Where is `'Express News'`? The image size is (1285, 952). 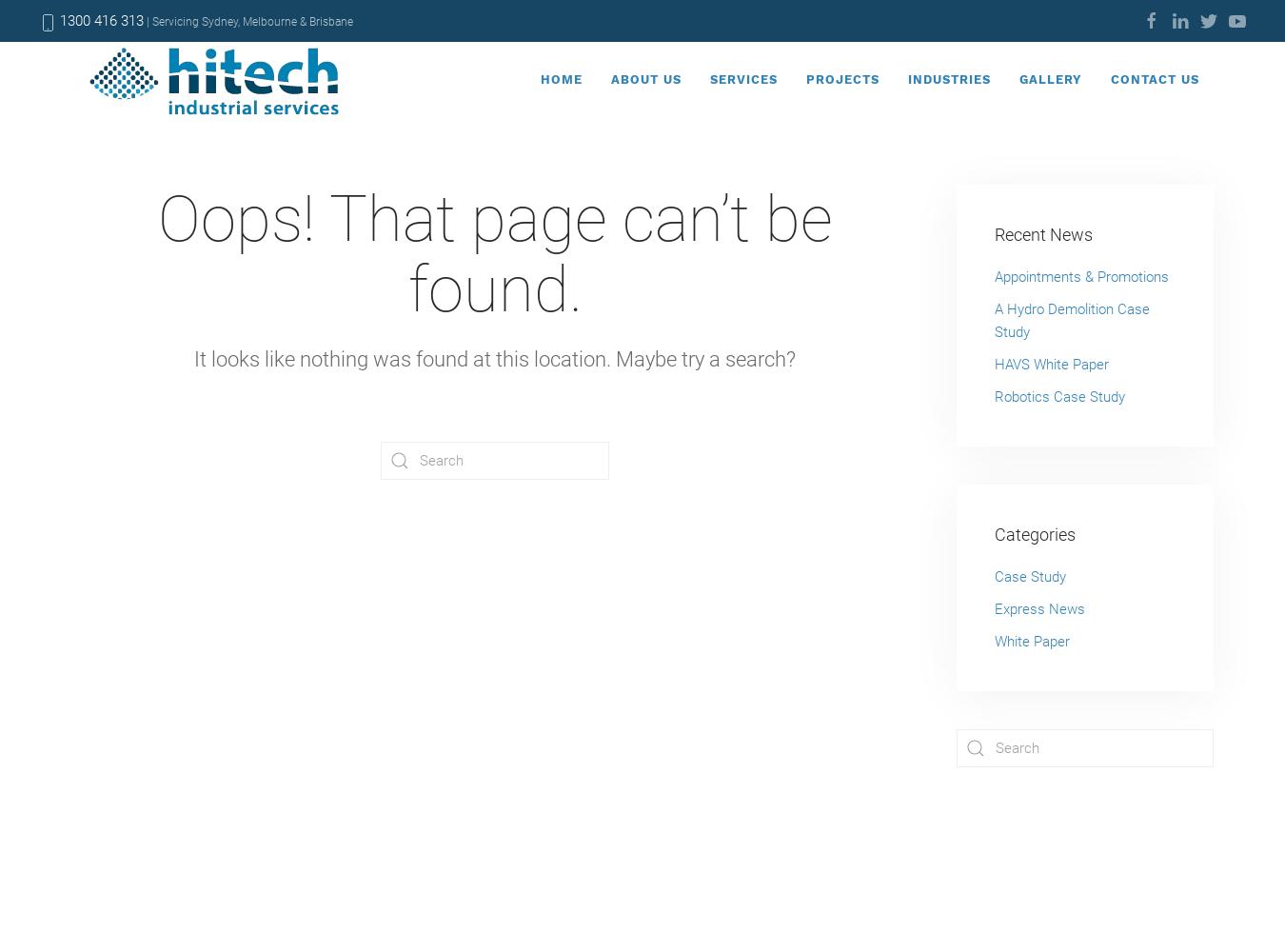 'Express News' is located at coordinates (995, 609).